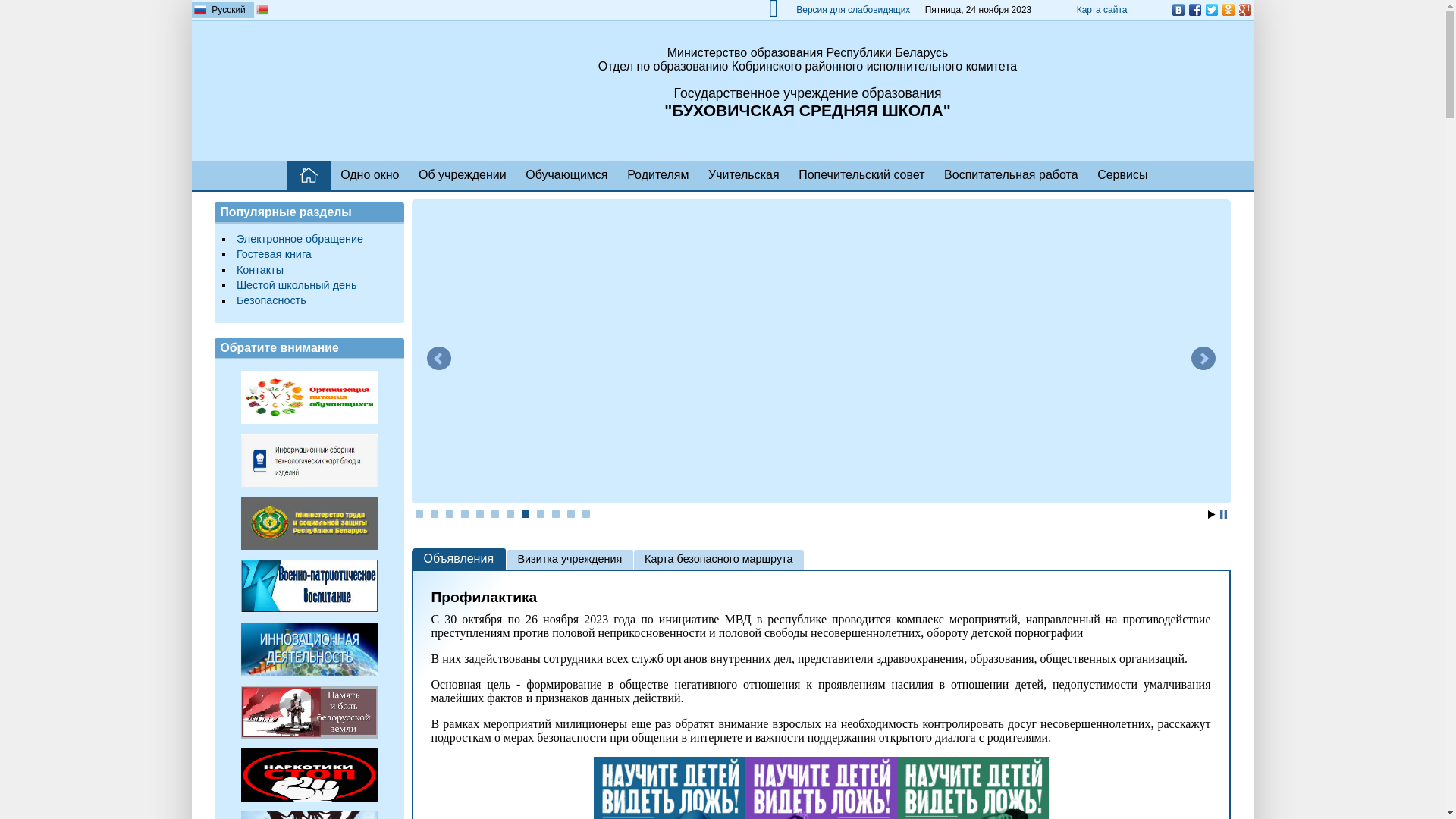 The image size is (1456, 819). I want to click on '12', so click(585, 513).